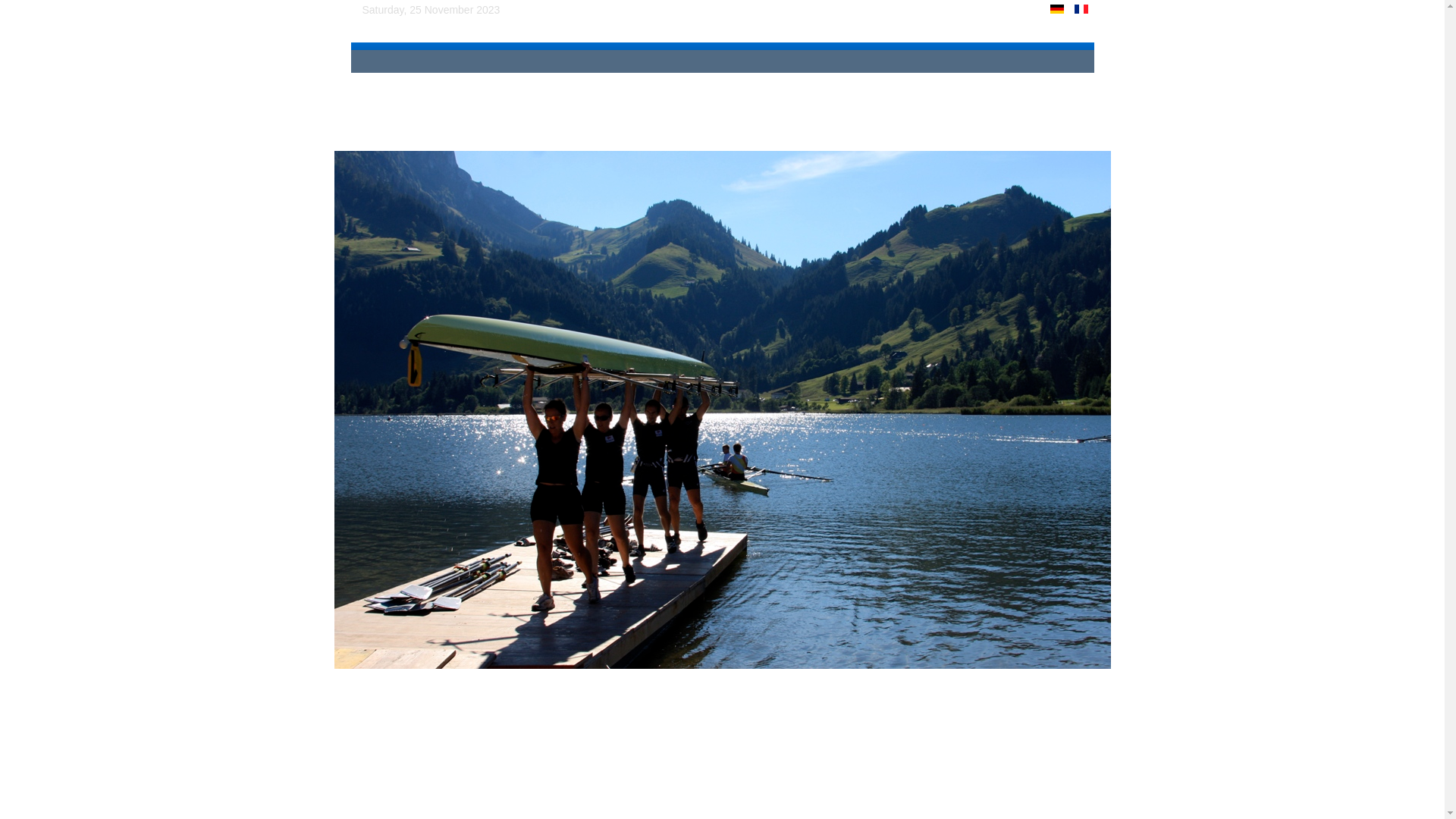  I want to click on 'Deutsch', so click(1056, 8).